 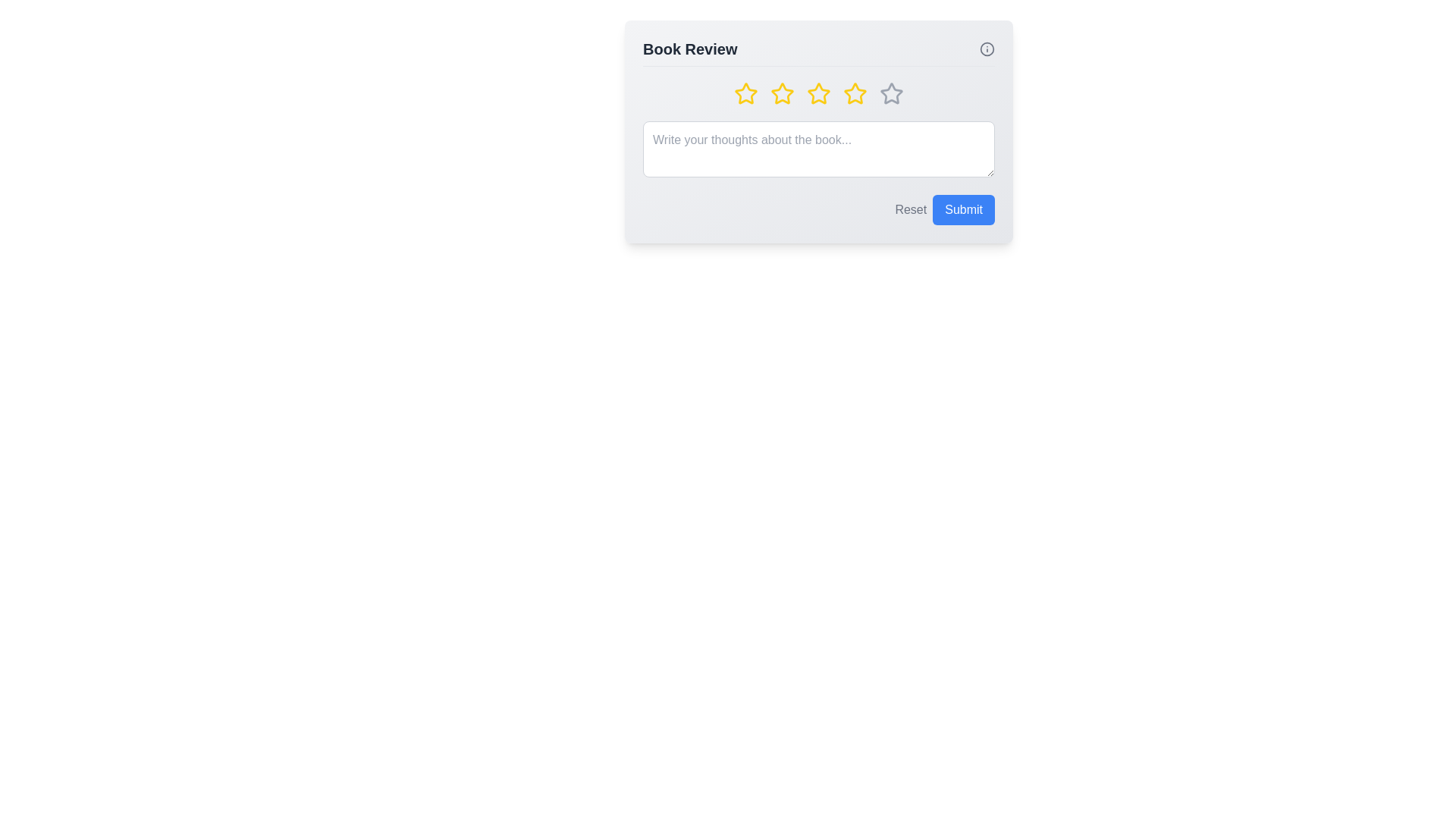 What do you see at coordinates (987, 49) in the screenshot?
I see `the 'Info' icon to display more details` at bounding box center [987, 49].